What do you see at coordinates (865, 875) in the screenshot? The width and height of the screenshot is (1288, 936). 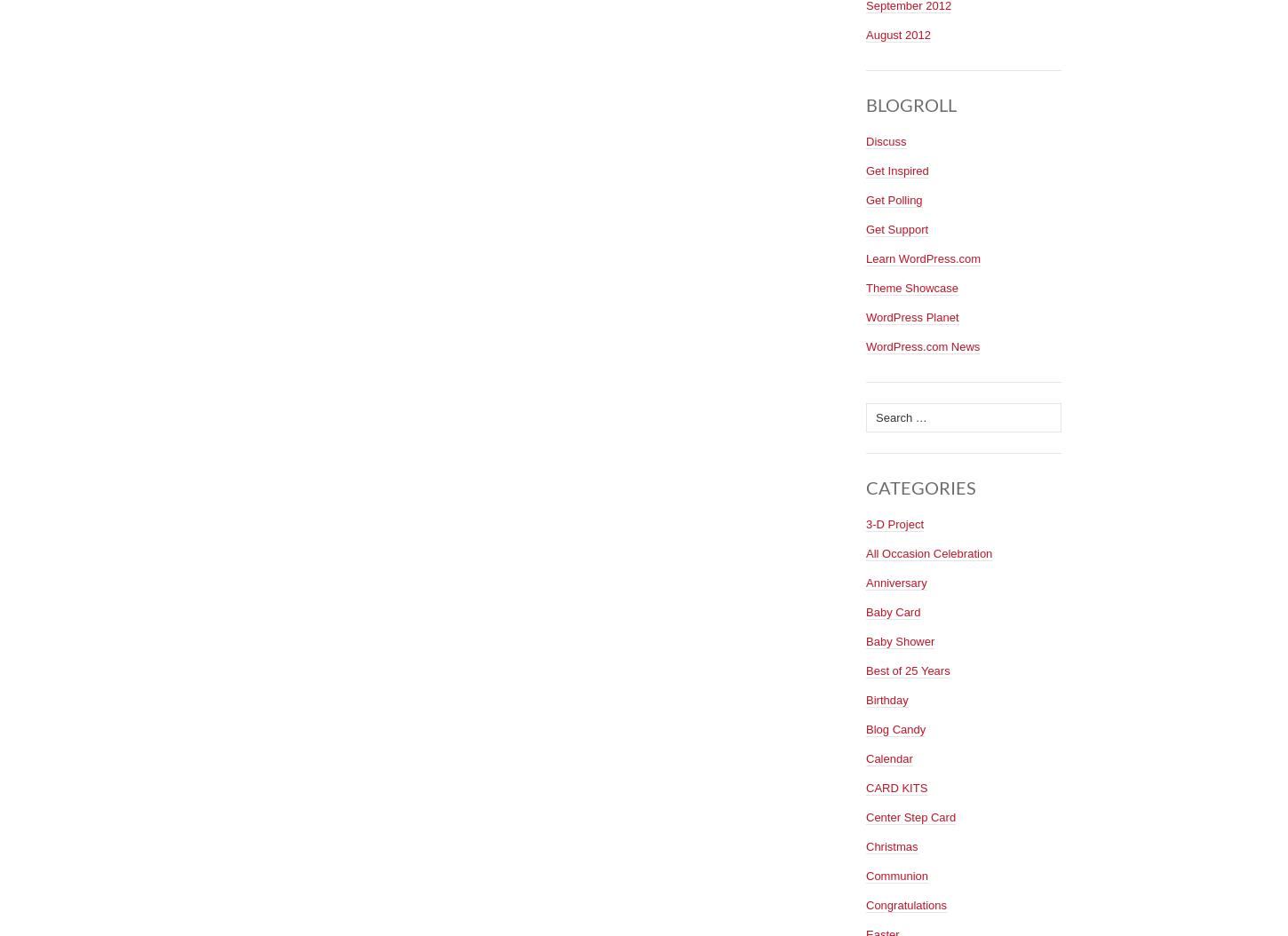 I see `'Communion'` at bounding box center [865, 875].